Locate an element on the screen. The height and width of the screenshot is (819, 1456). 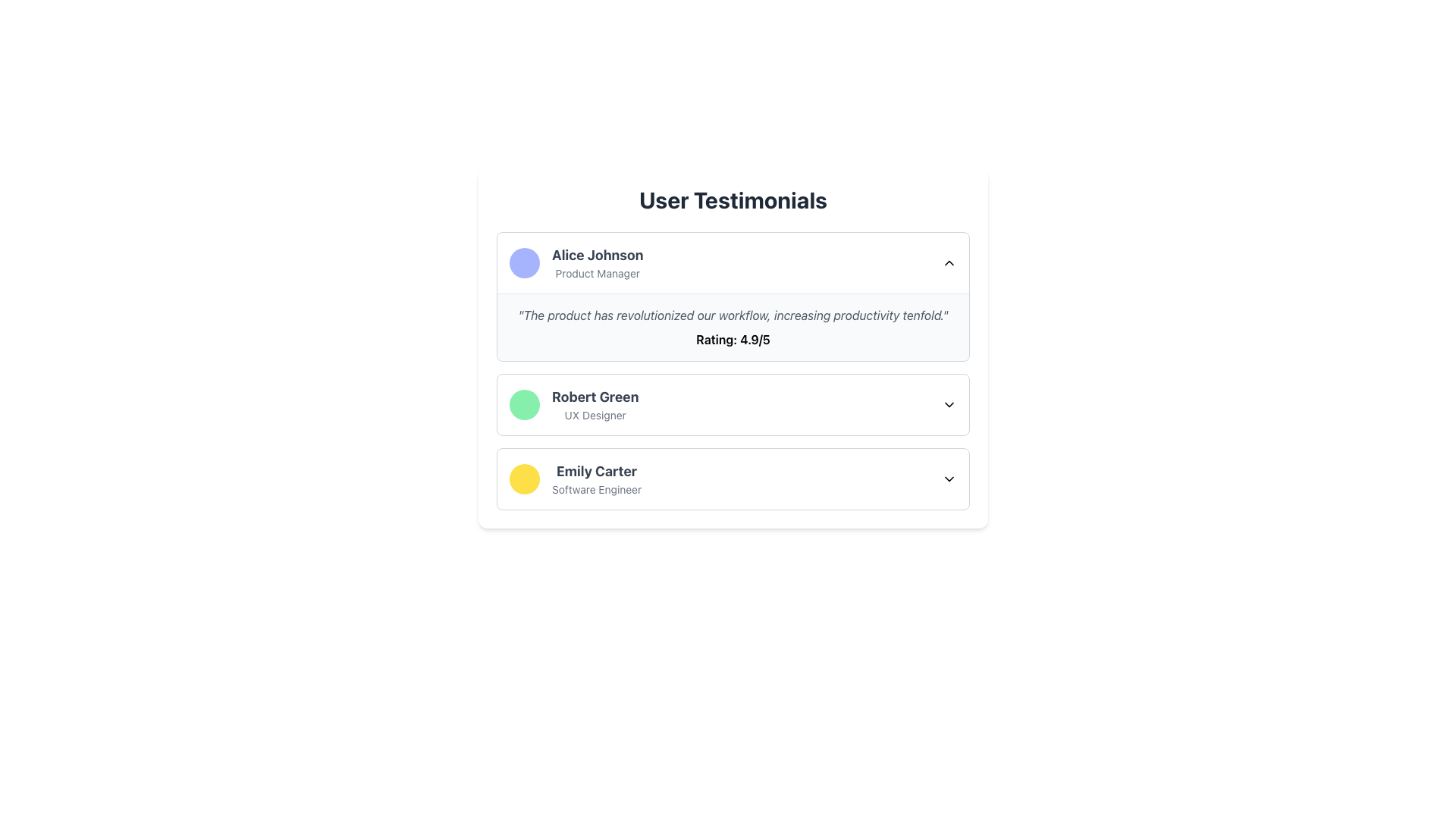
text label for the testimonial entry authored by Emily Carter, which is positioned above the subtitle 'Software Engineer' in the third testimonial entry is located at coordinates (596, 470).